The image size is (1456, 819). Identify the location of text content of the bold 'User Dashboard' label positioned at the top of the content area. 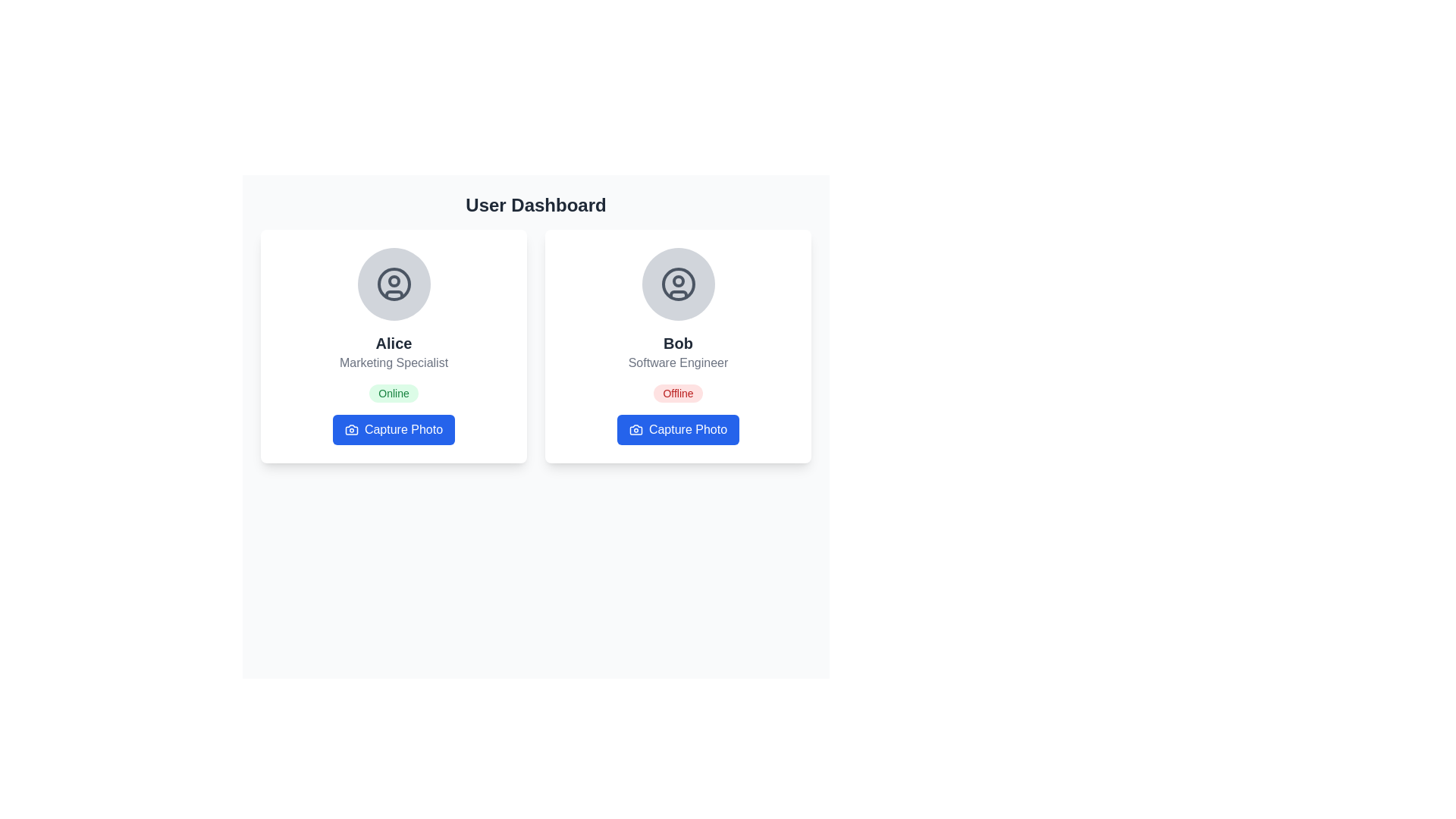
(535, 205).